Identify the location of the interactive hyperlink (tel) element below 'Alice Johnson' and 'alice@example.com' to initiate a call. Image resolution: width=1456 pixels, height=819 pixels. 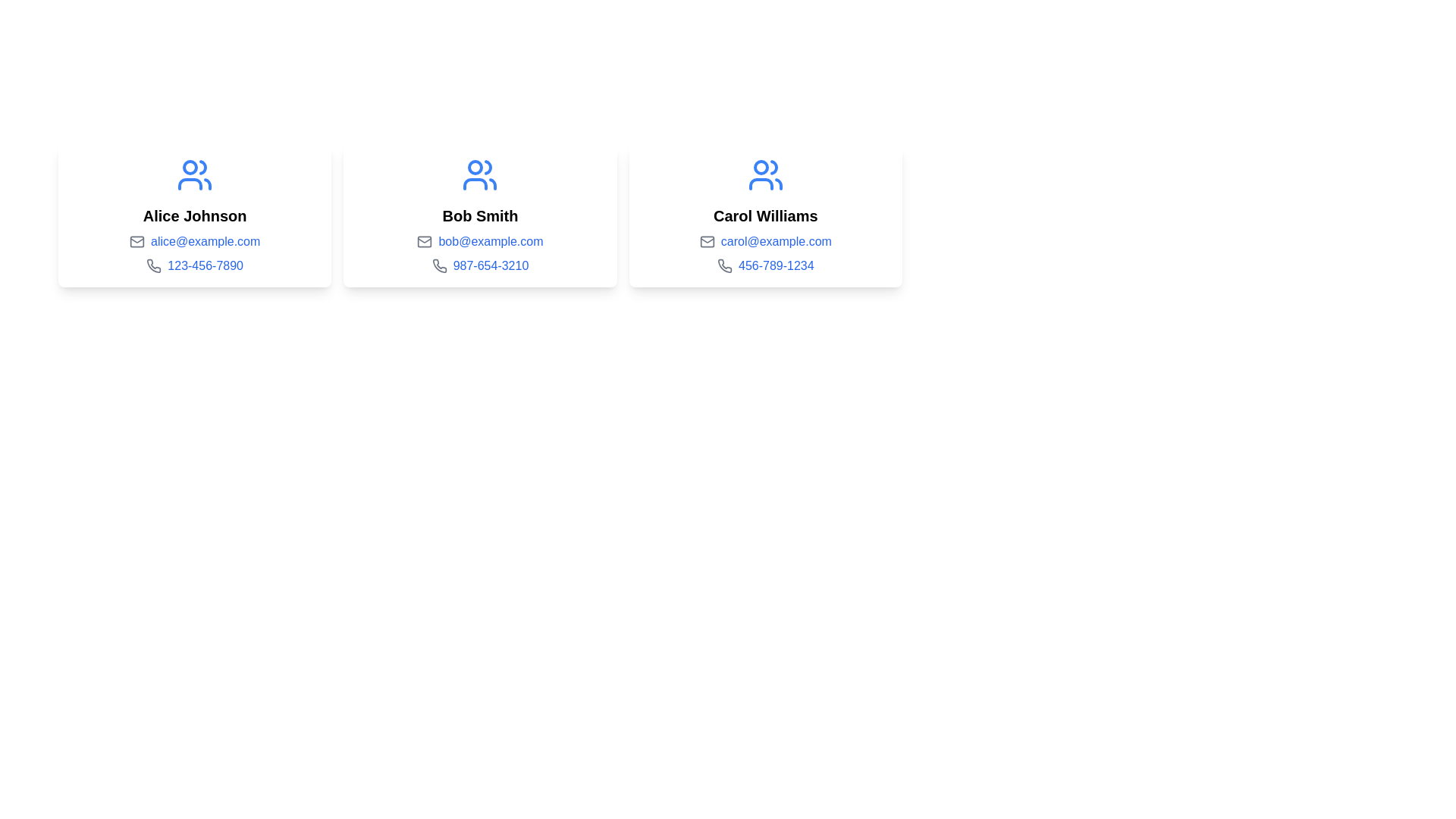
(194, 265).